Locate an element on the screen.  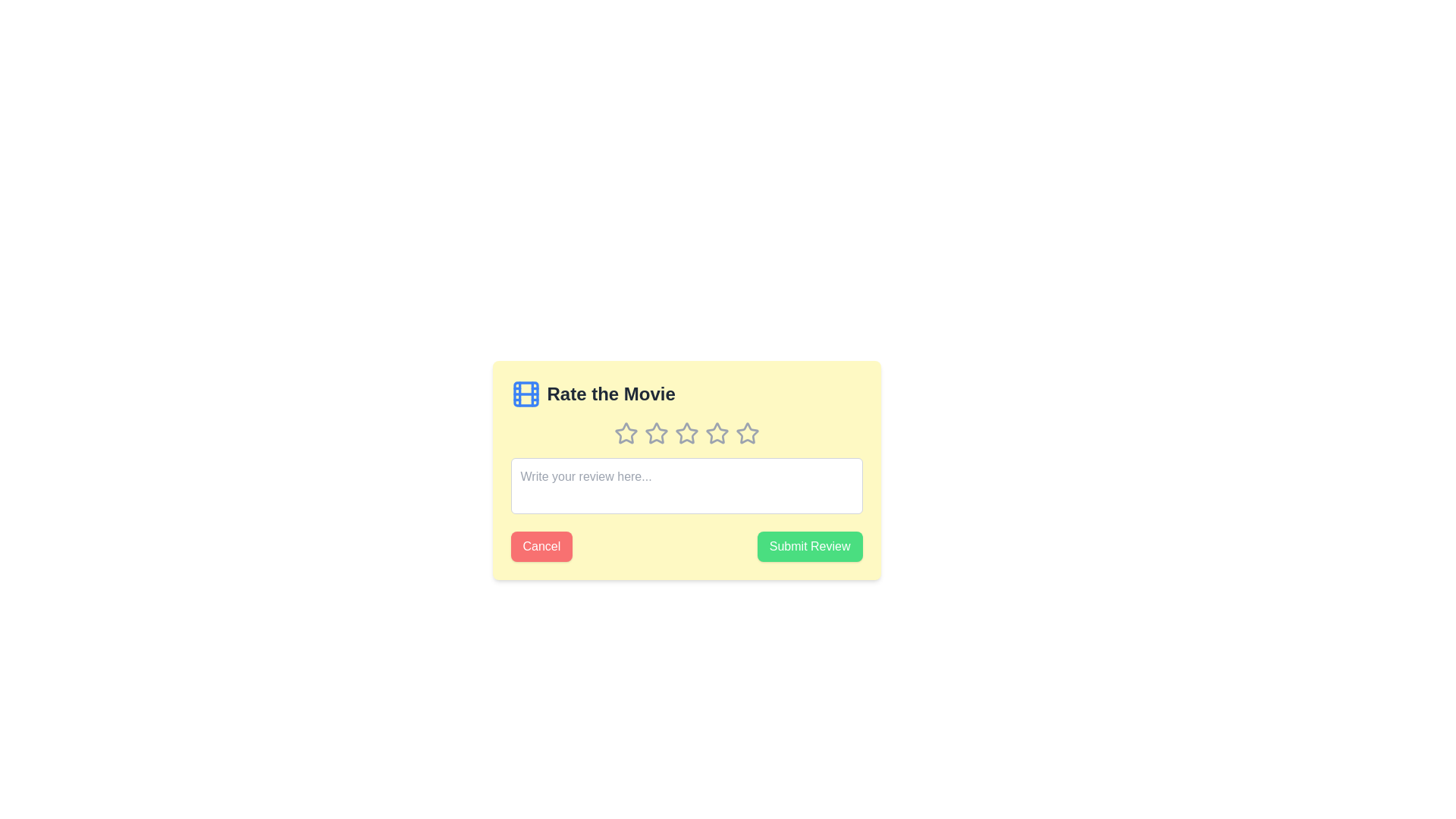
the vibrant green 'Submit Review' button located at the bottom right of the 'Rate the Movie' dialog box is located at coordinates (809, 547).